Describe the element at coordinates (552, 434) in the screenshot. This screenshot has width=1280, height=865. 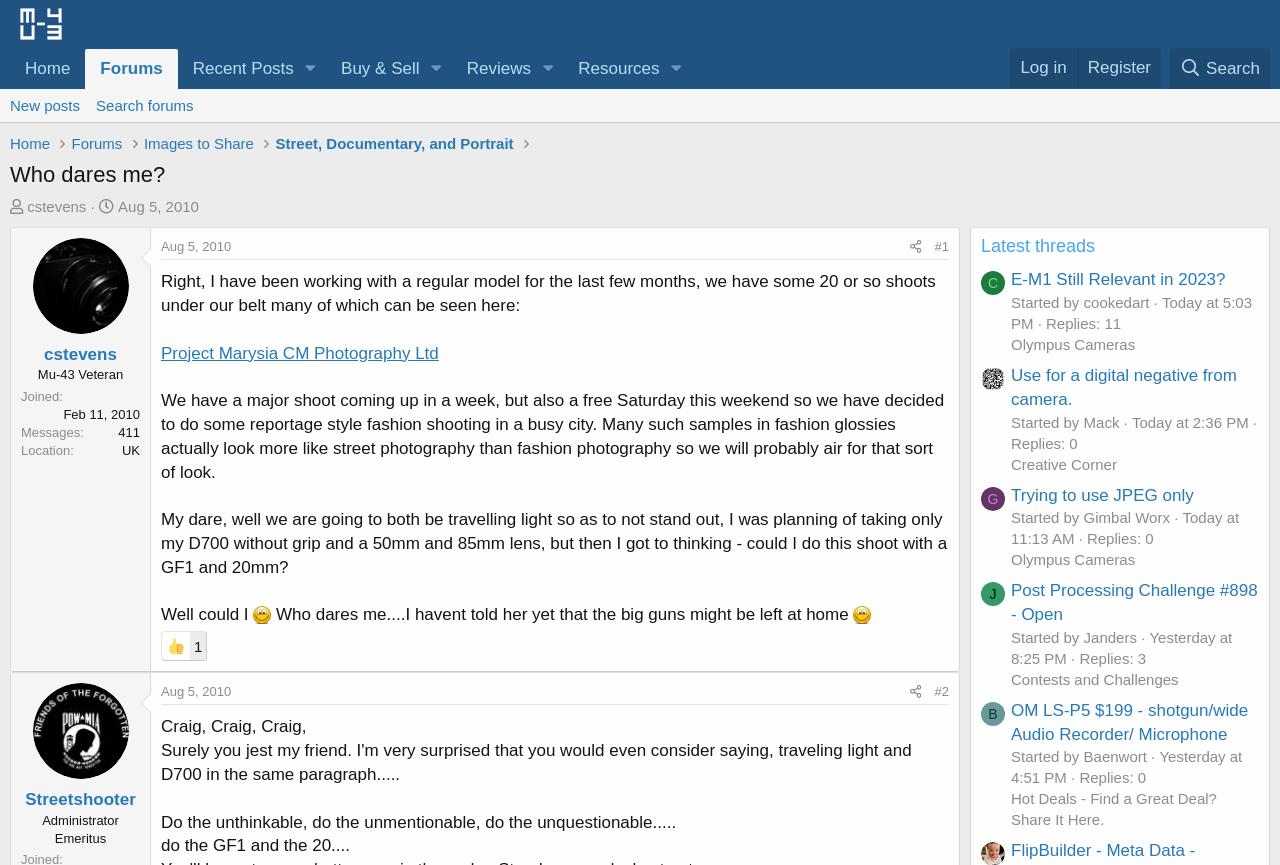
I see `'We have a major shoot coming up in a week, but also a free Saturday this weekend so we have decided to do some reportage style fashion shooting in a busy city.  Many such samples in fashion glossies actually look more like street photography than fashion photography so we will probably air for that sort of look.'` at that location.